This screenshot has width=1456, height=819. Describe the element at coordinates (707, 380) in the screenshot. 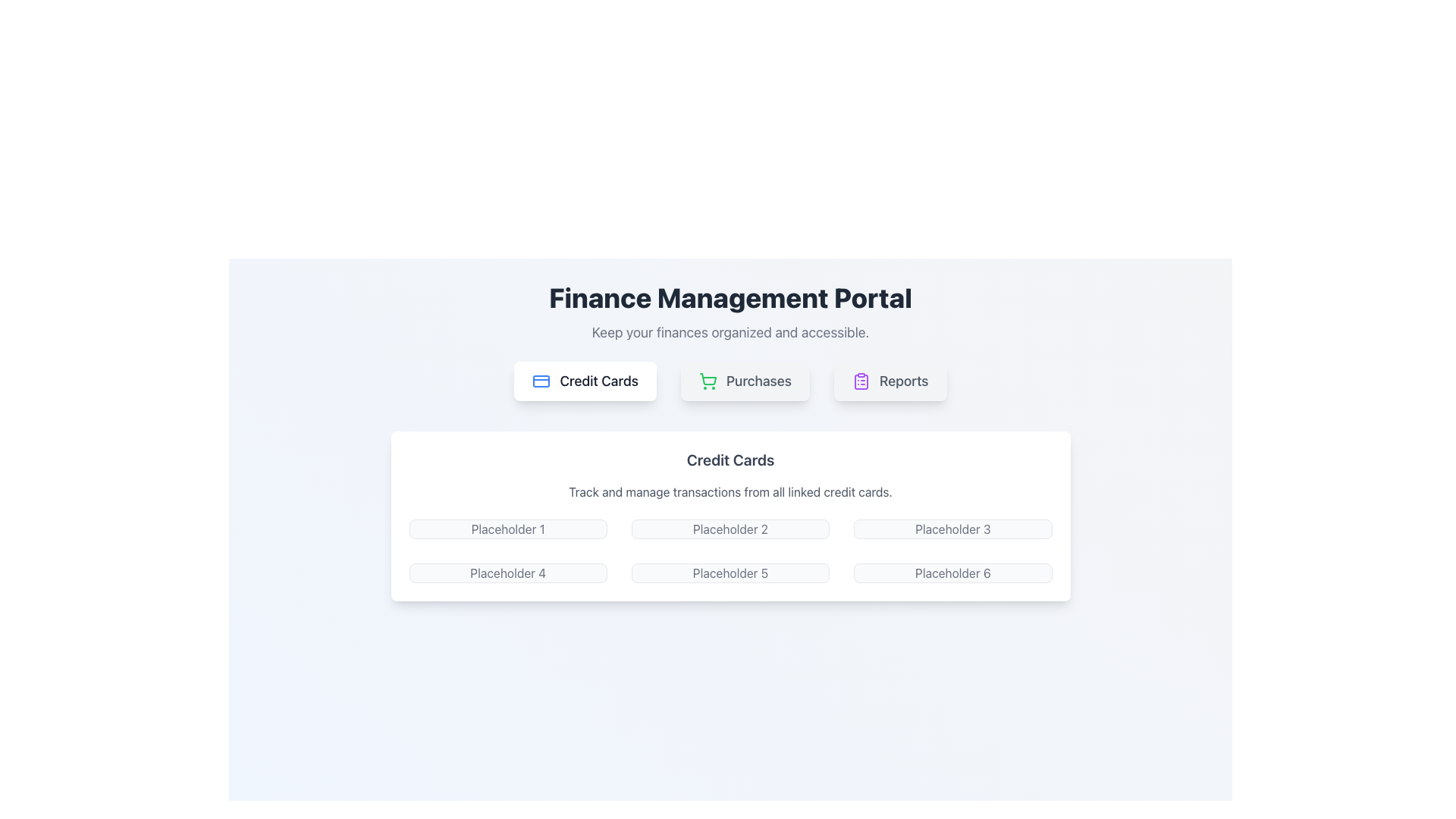

I see `the green shopping cart icon located adjacent to the 'Purchases' text within its rounded rectangular button` at that location.